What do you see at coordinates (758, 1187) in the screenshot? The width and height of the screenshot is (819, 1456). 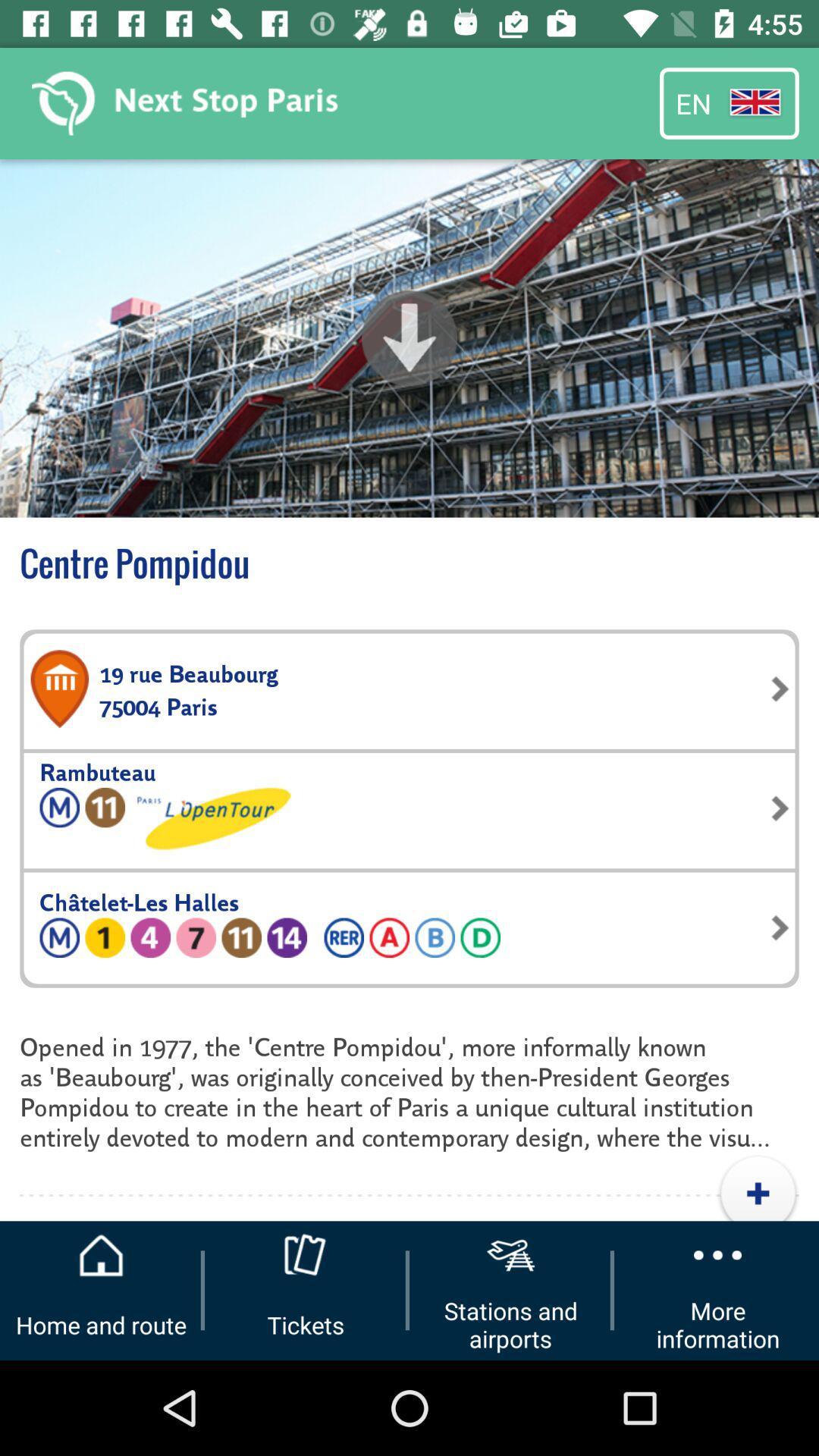 I see `the add icon` at bounding box center [758, 1187].